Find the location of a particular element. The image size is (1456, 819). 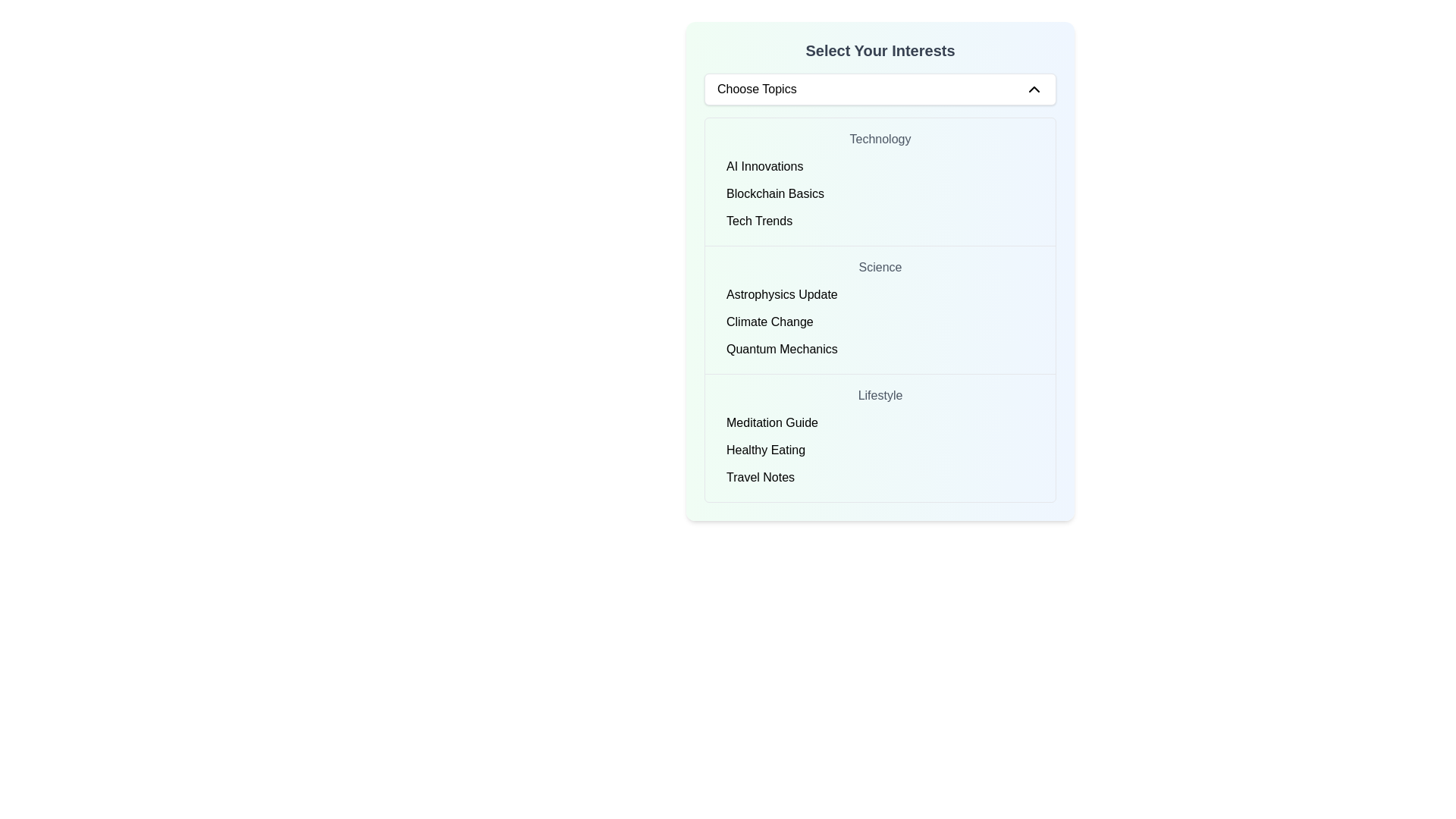

the 'Technology' section is located at coordinates (880, 180).